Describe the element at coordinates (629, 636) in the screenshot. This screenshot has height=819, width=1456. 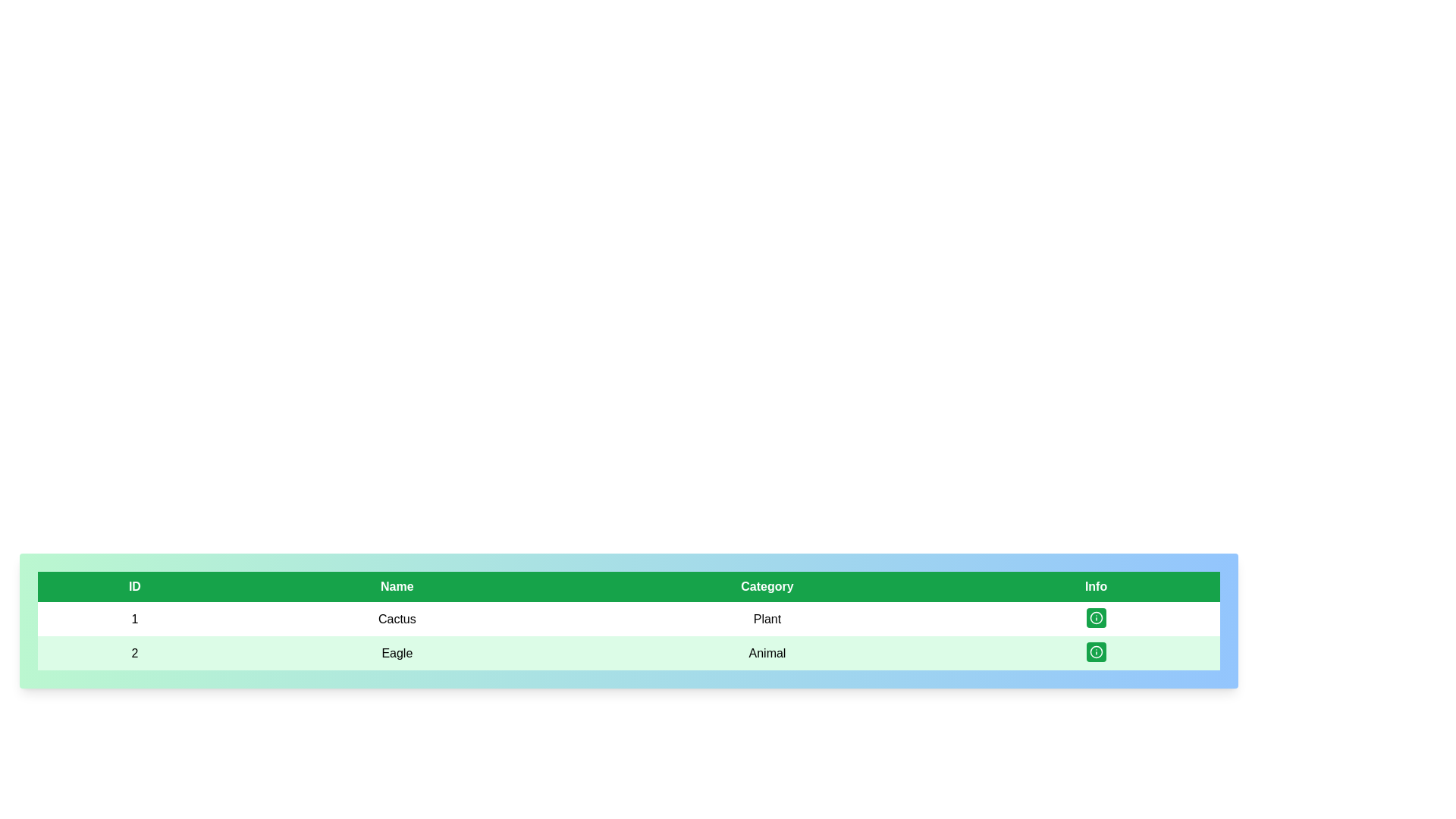
I see `the first row of the table containing ID '1', Name 'Cactus', and Category 'Plant' for additional actions` at that location.